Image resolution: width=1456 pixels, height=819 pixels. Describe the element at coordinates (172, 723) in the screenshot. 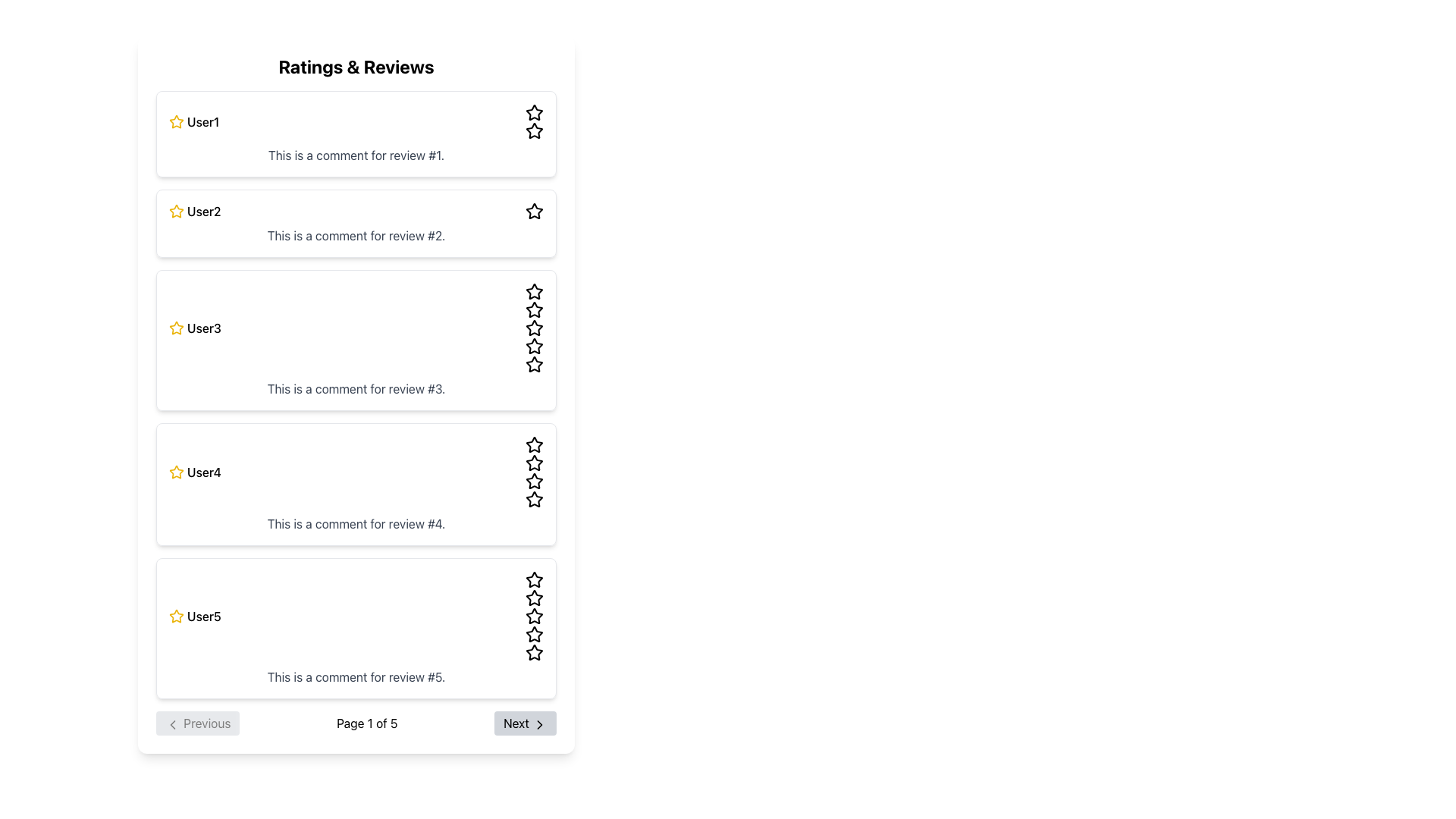

I see `the left-facing arrow icon with a chevron design, located at the center of the left side of the 'Previous' button` at that location.